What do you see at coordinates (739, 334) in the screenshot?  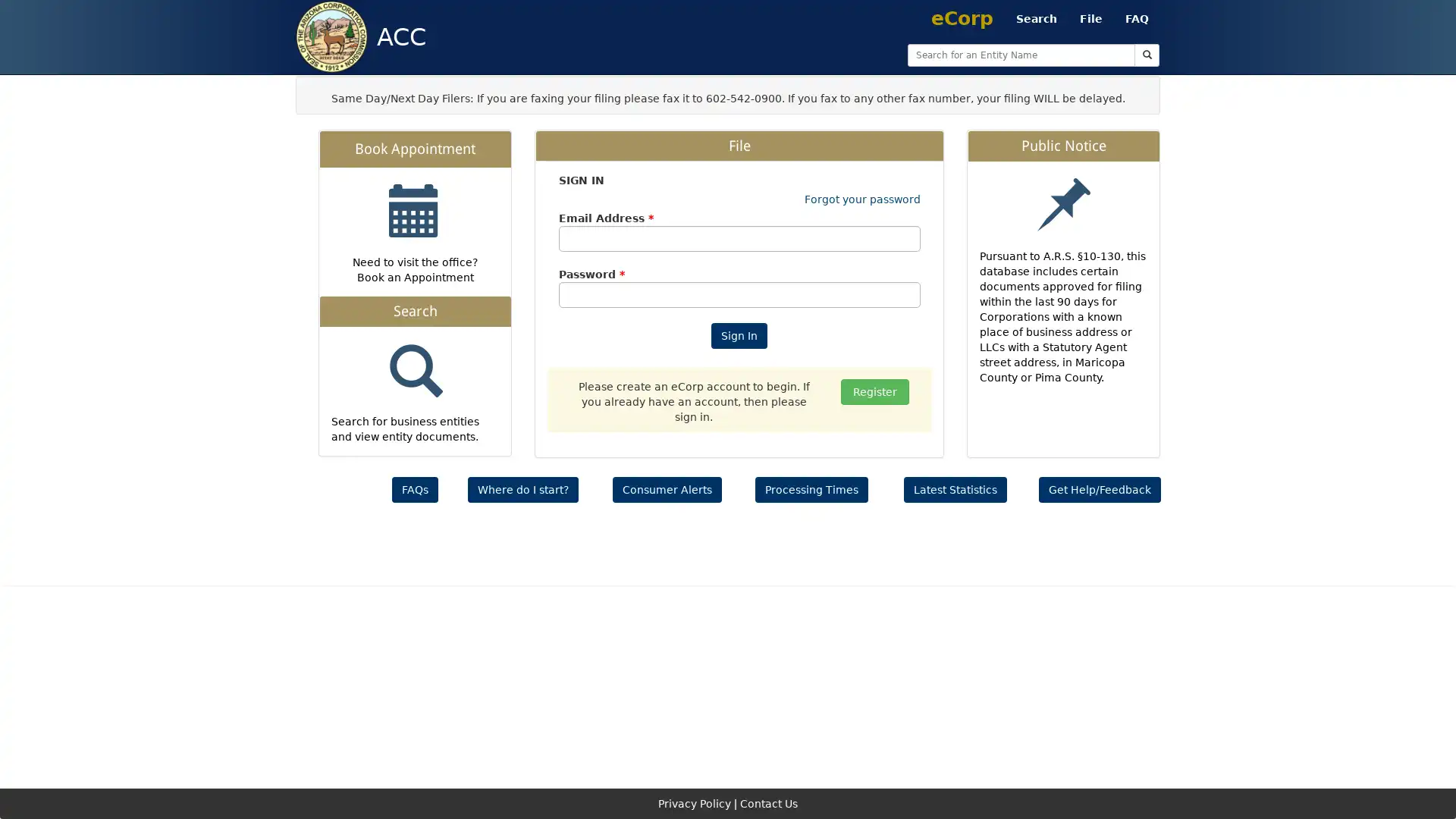 I see `Sign In` at bounding box center [739, 334].